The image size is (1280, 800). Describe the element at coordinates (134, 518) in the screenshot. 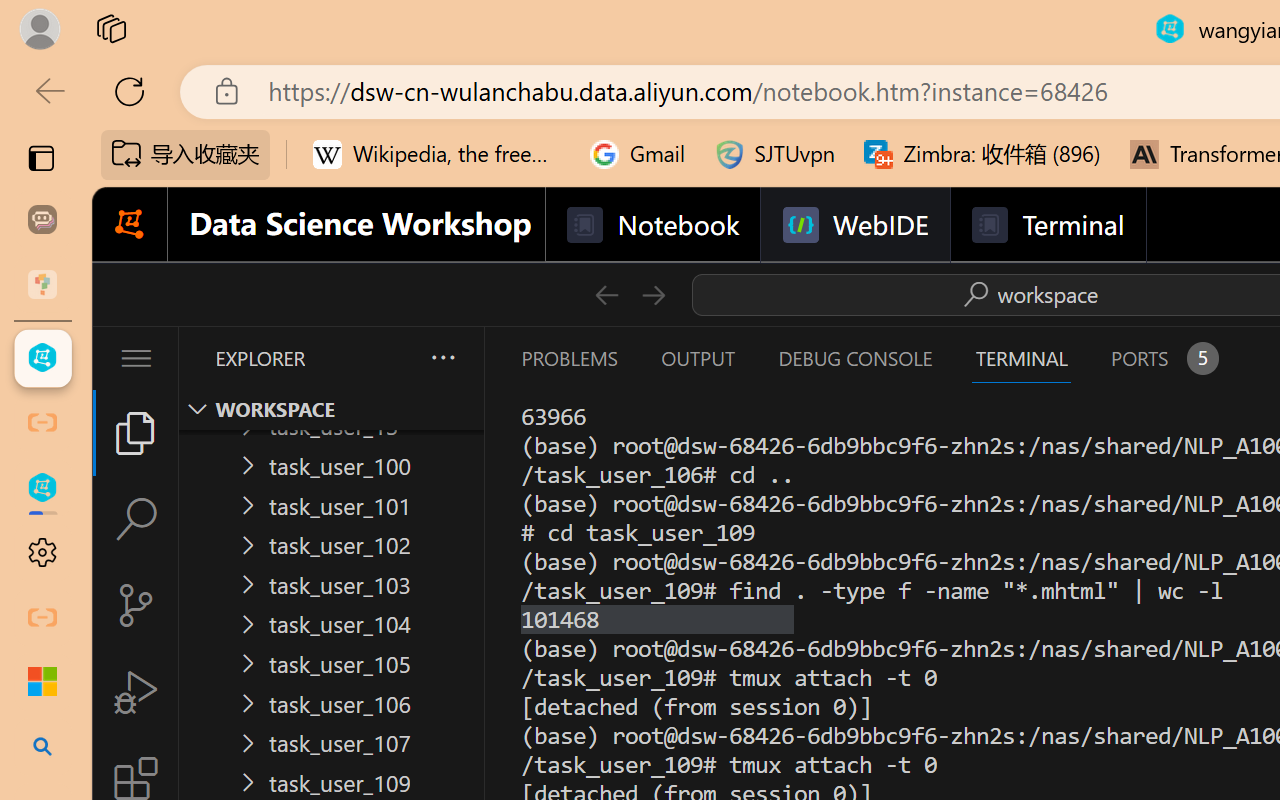

I see `'Search (Ctrl+Shift+F)'` at that location.